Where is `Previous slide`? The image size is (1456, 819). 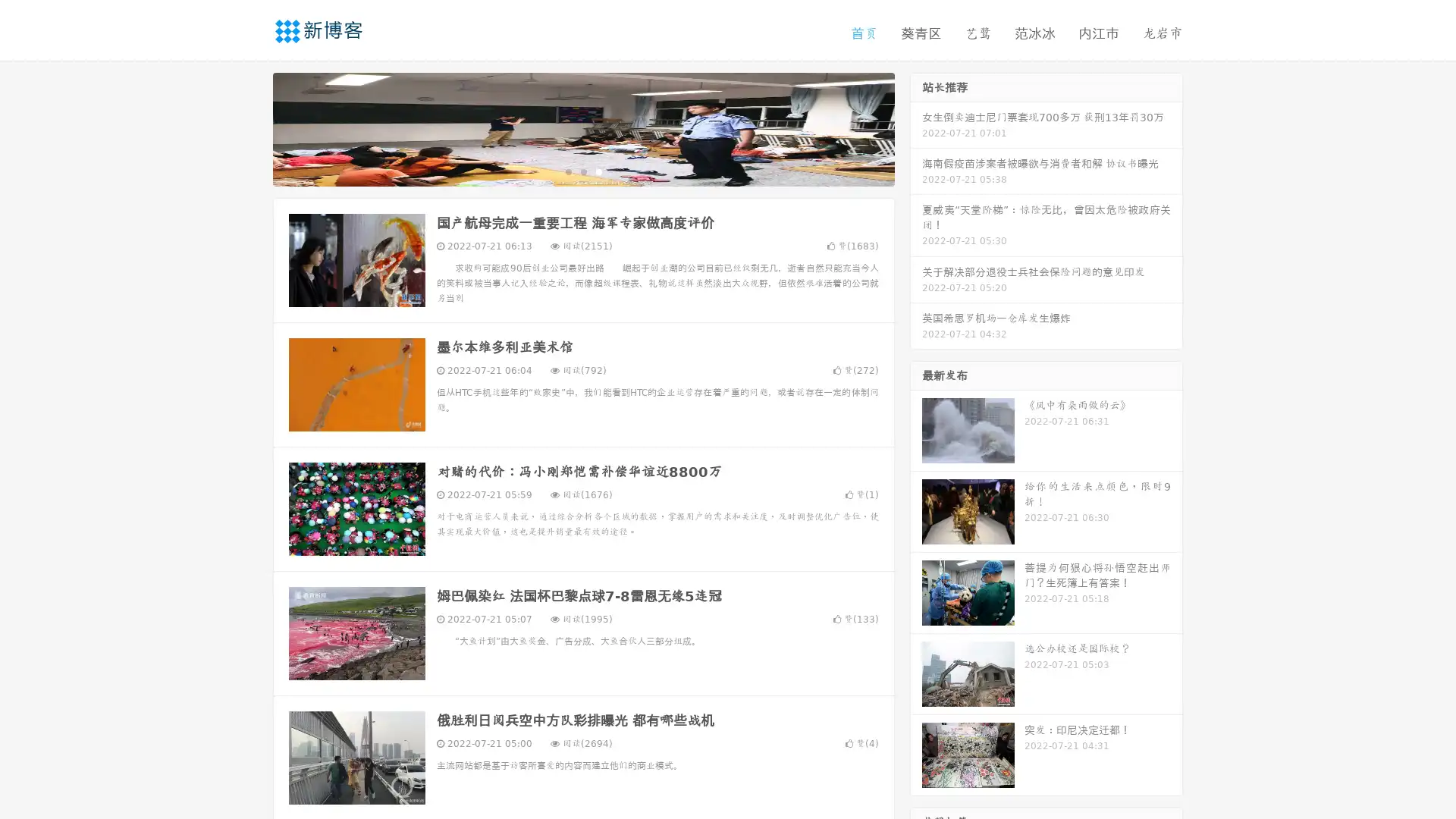 Previous slide is located at coordinates (250, 127).